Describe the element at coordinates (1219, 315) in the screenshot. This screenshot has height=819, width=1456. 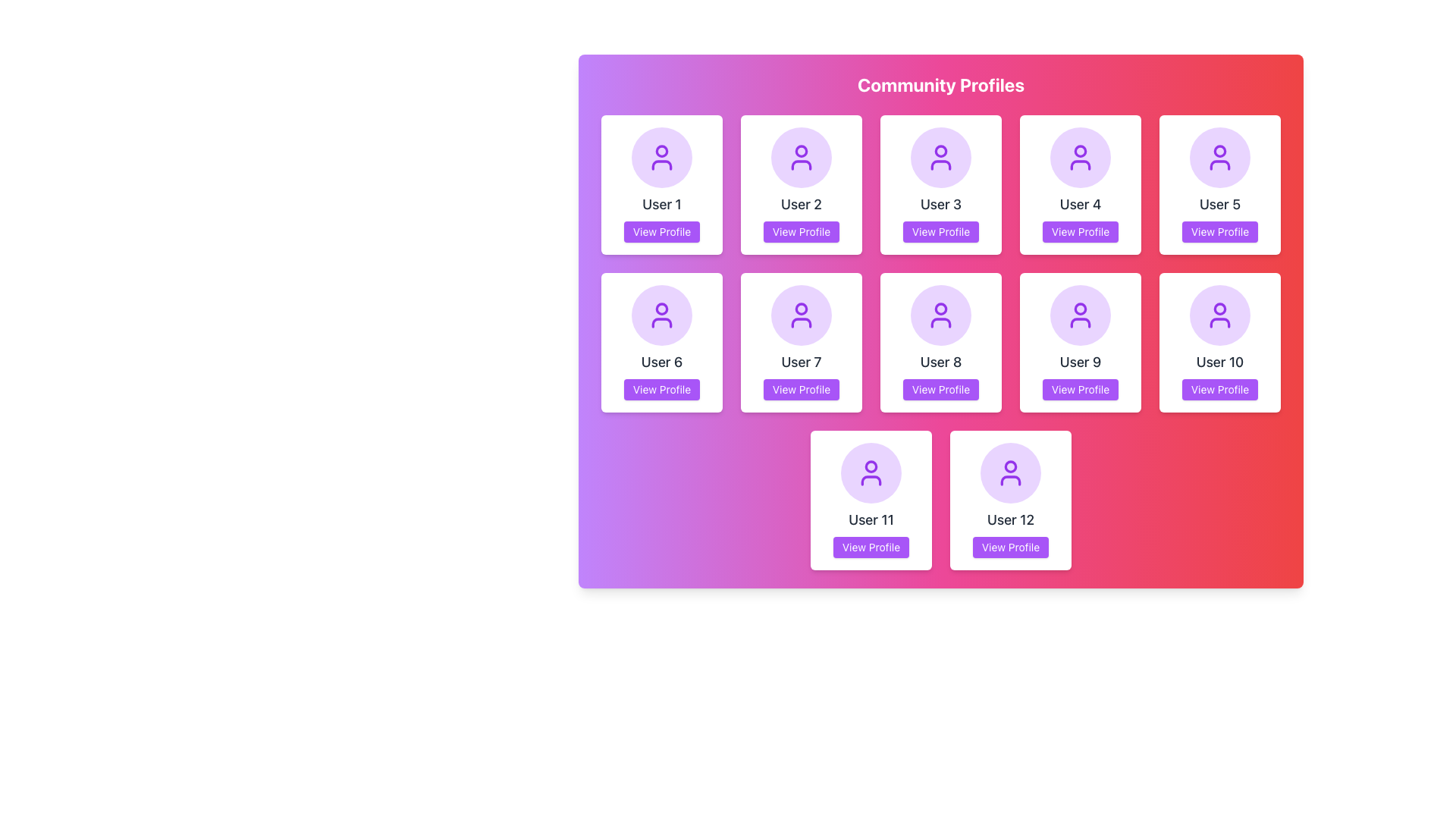
I see `the user profile icon represented by a purple outline of a person on a light purple background, located in the last column of the second row in a grid layout` at that location.